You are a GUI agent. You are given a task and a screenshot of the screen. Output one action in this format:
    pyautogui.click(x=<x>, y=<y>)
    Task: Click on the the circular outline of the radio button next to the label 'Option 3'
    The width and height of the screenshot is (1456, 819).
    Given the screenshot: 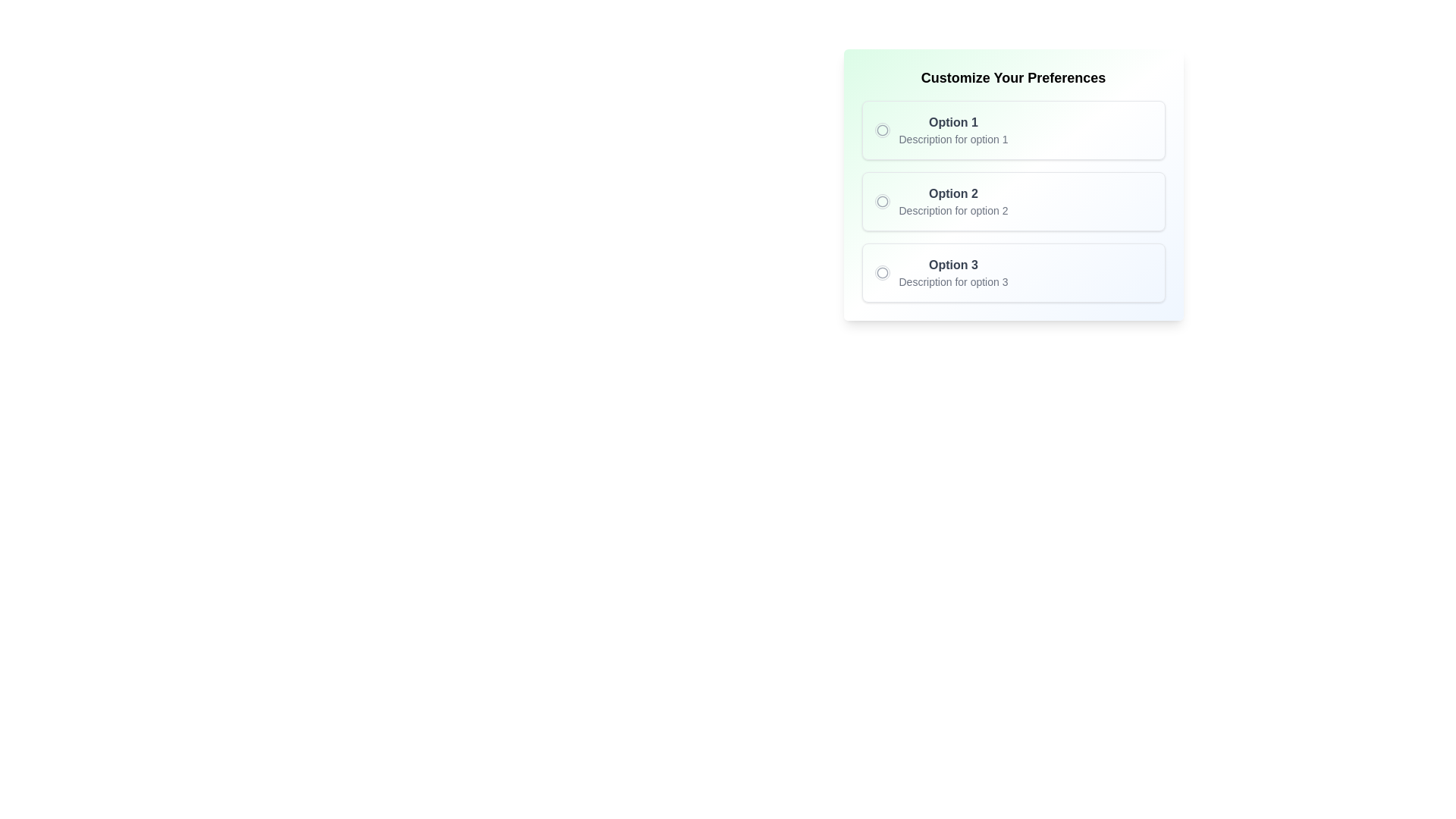 What is the action you would take?
    pyautogui.click(x=882, y=271)
    